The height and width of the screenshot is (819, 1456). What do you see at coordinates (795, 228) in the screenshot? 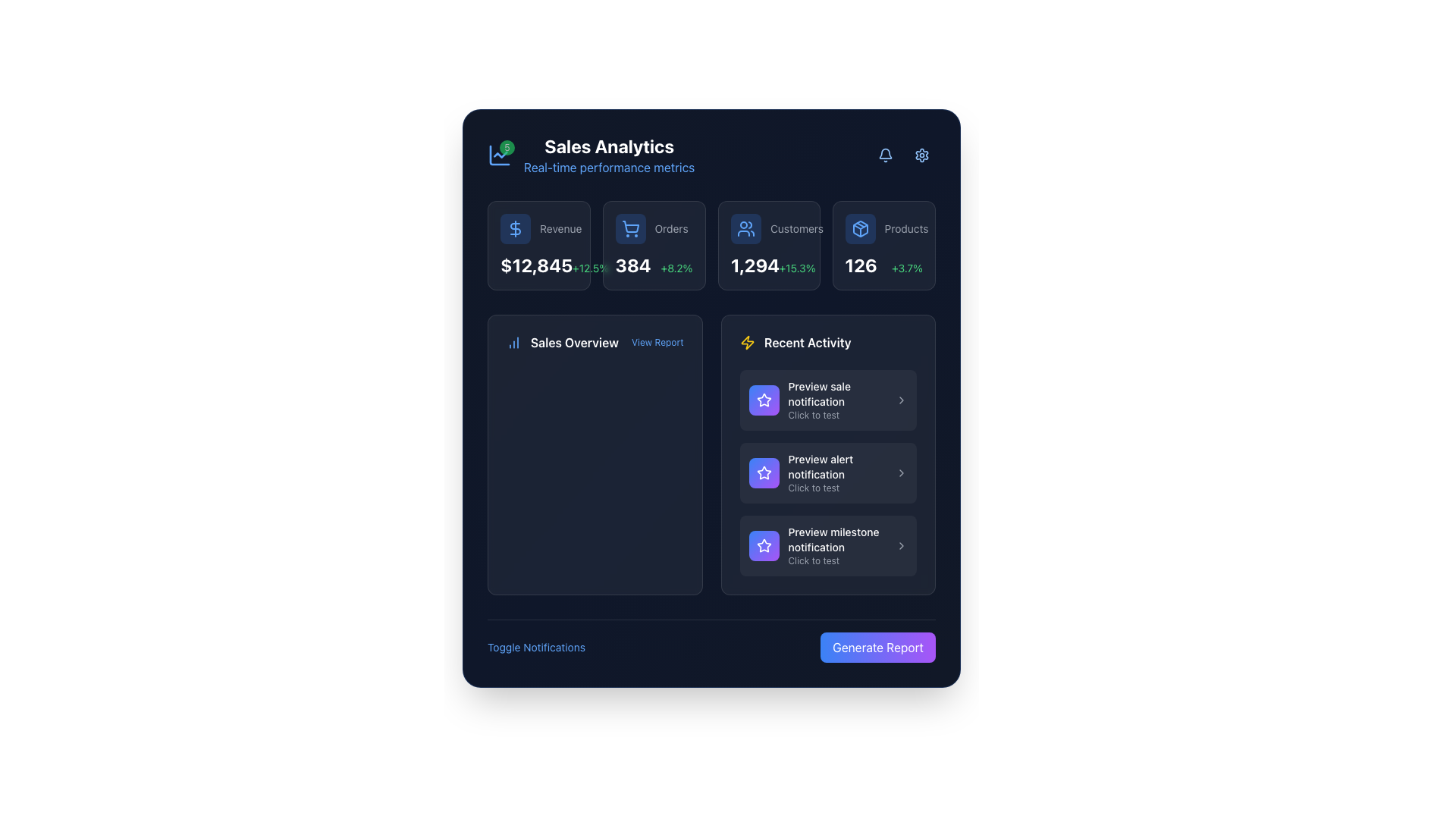
I see `the text label indicating customer data located in the 'Customers' section of the overview area, positioned to the right of the user icon` at bounding box center [795, 228].